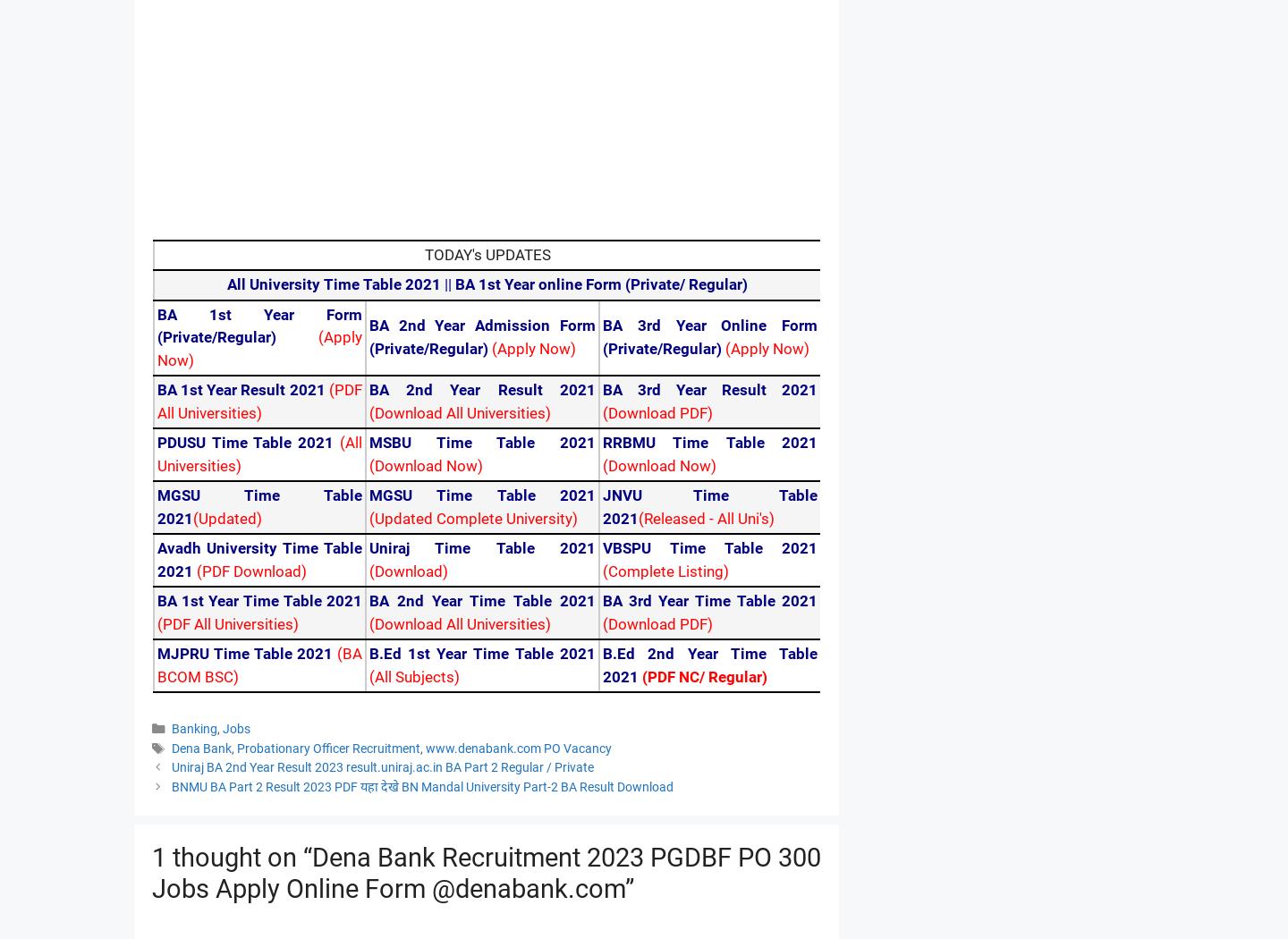 This screenshot has height=939, width=1288. What do you see at coordinates (258, 664) in the screenshot?
I see `'(BA BCOM BSC)'` at bounding box center [258, 664].